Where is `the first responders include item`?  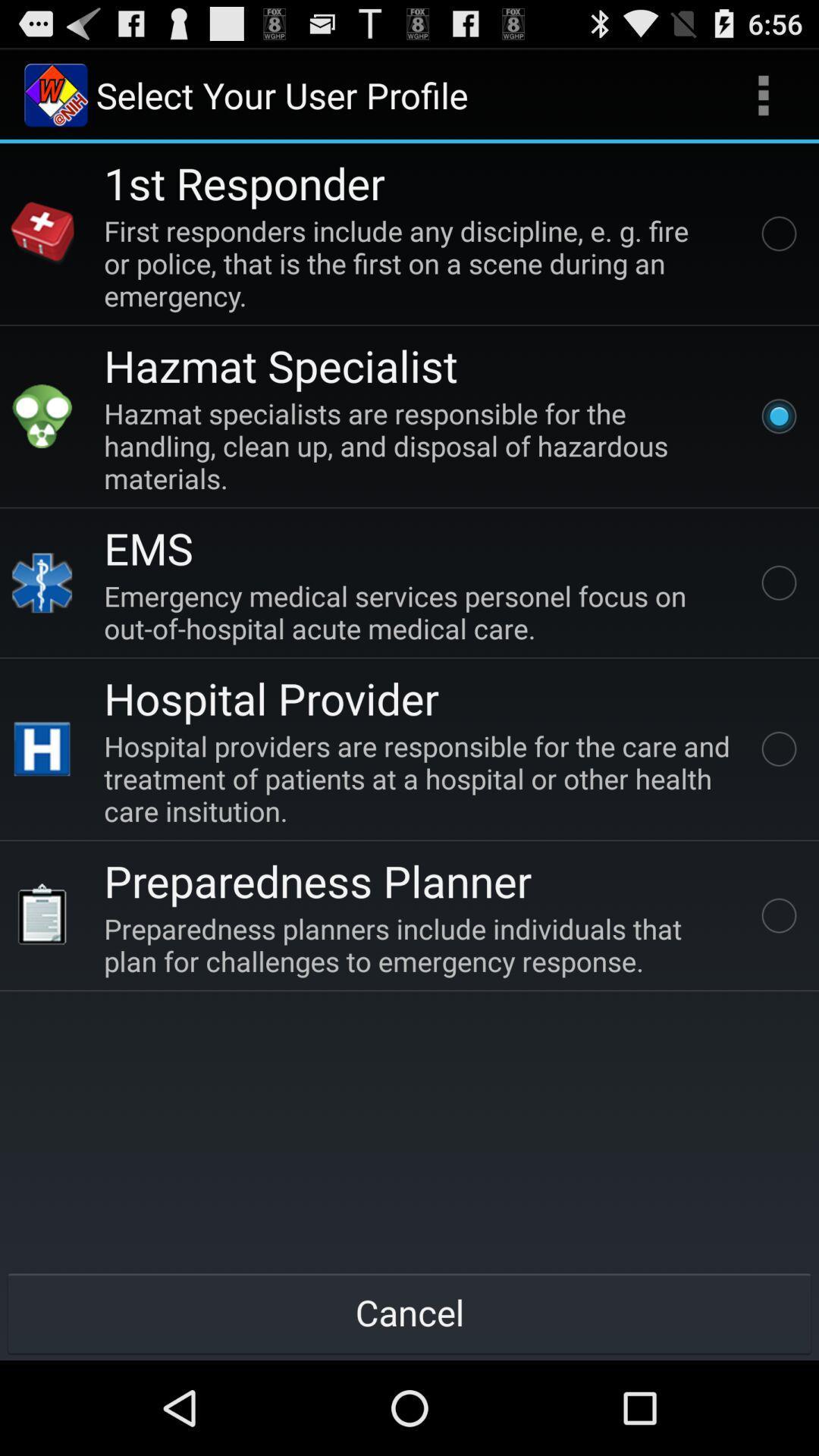 the first responders include item is located at coordinates (420, 263).